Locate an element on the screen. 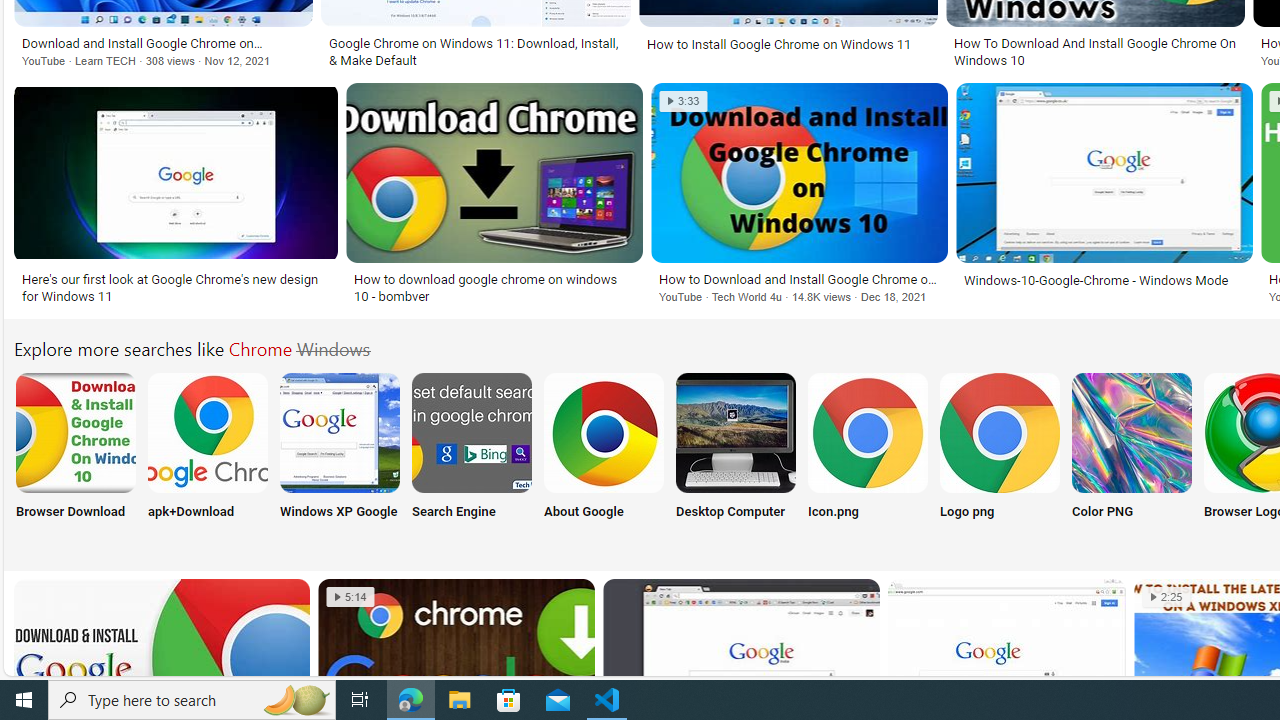  'How to download google chrome on windows 10 - bombverSave' is located at coordinates (498, 196).